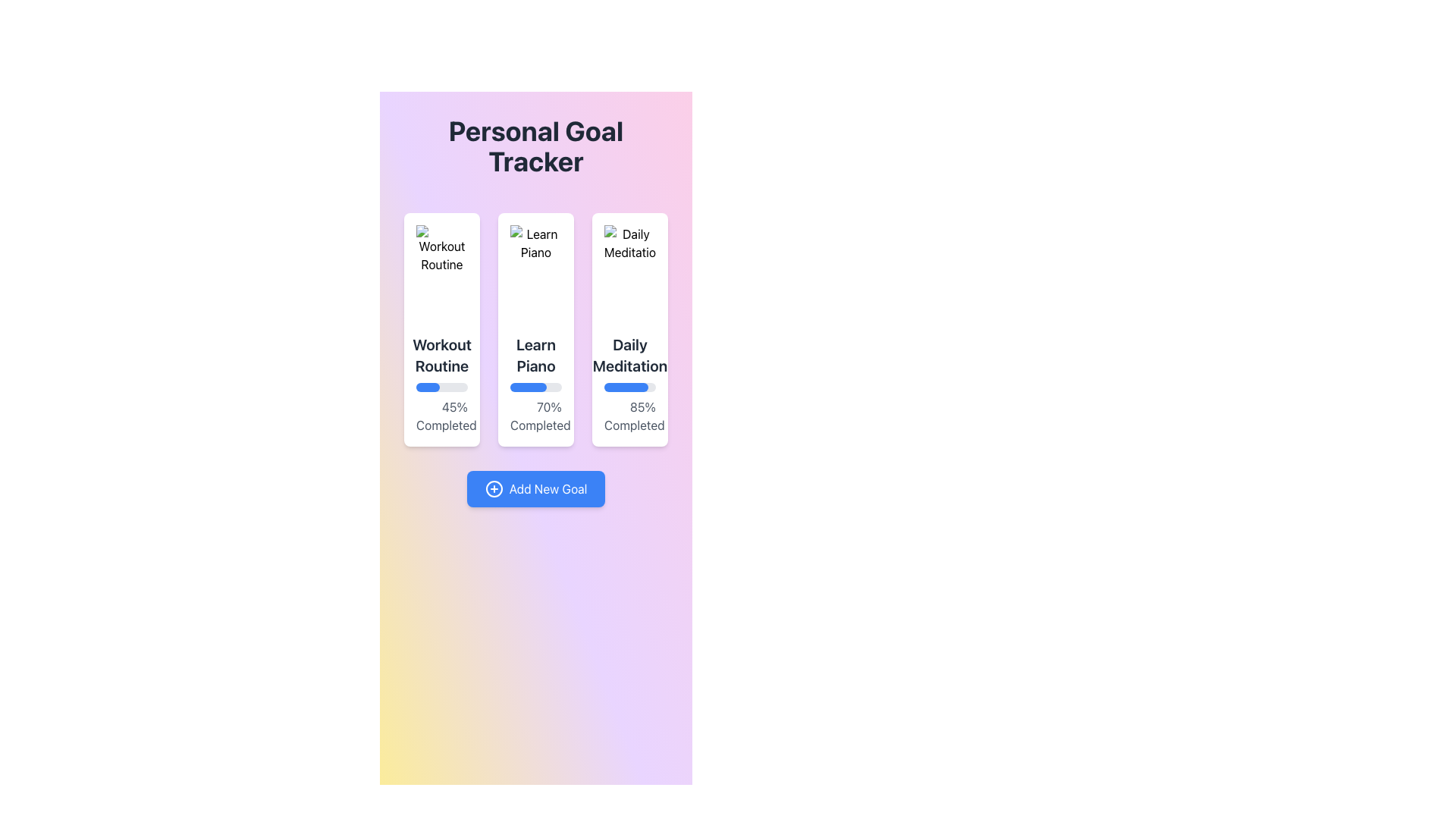  What do you see at coordinates (535, 386) in the screenshot?
I see `the progress bar that indicates 70% completion, located centrally among the goal cards in the 'Learn Piano' section, positioned below the text 'Learn Piano' and above '70% Completed'` at bounding box center [535, 386].